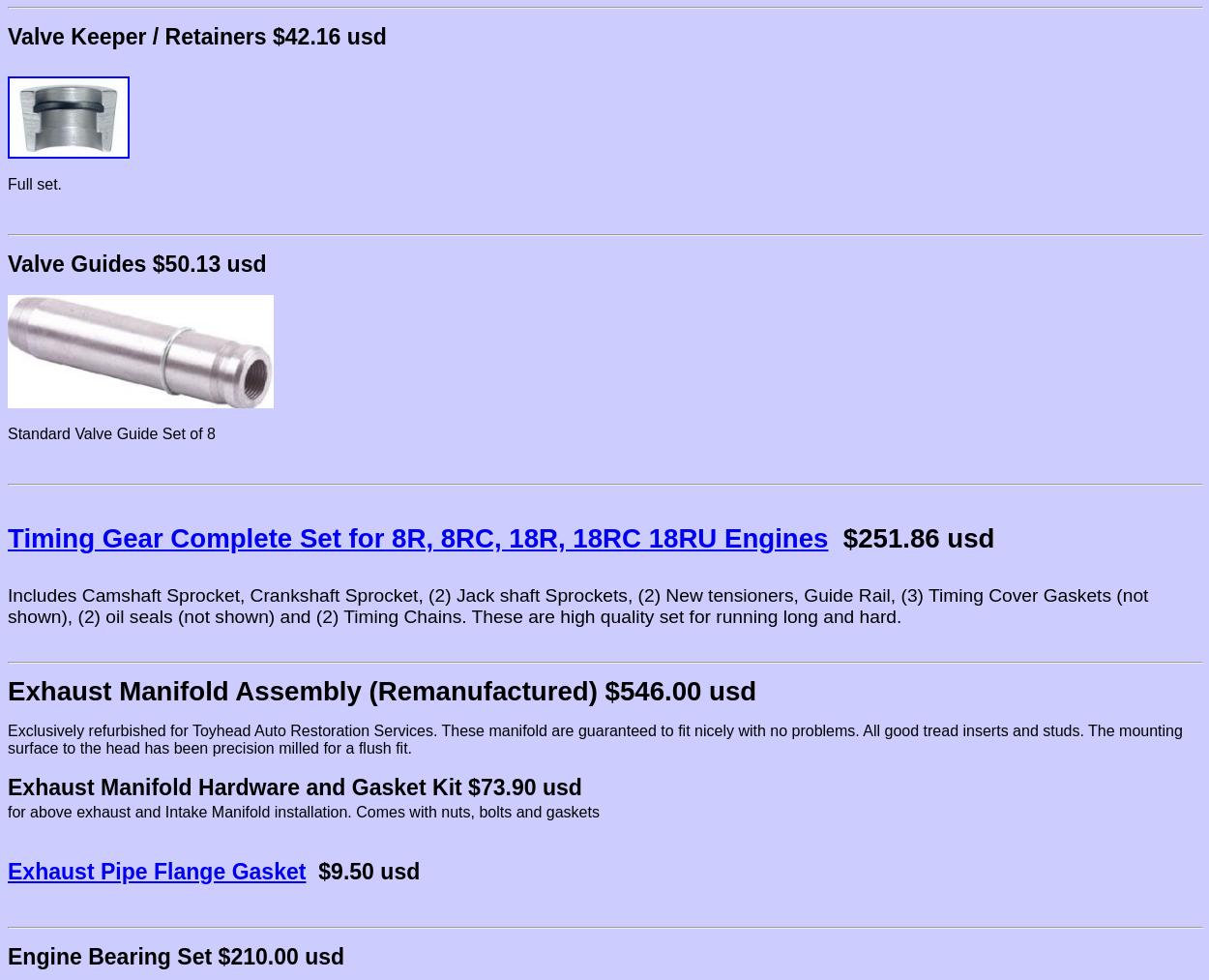 The image size is (1209, 980). Describe the element at coordinates (212, 956) in the screenshot. I see `'Bearing Set $210.00 usd'` at that location.